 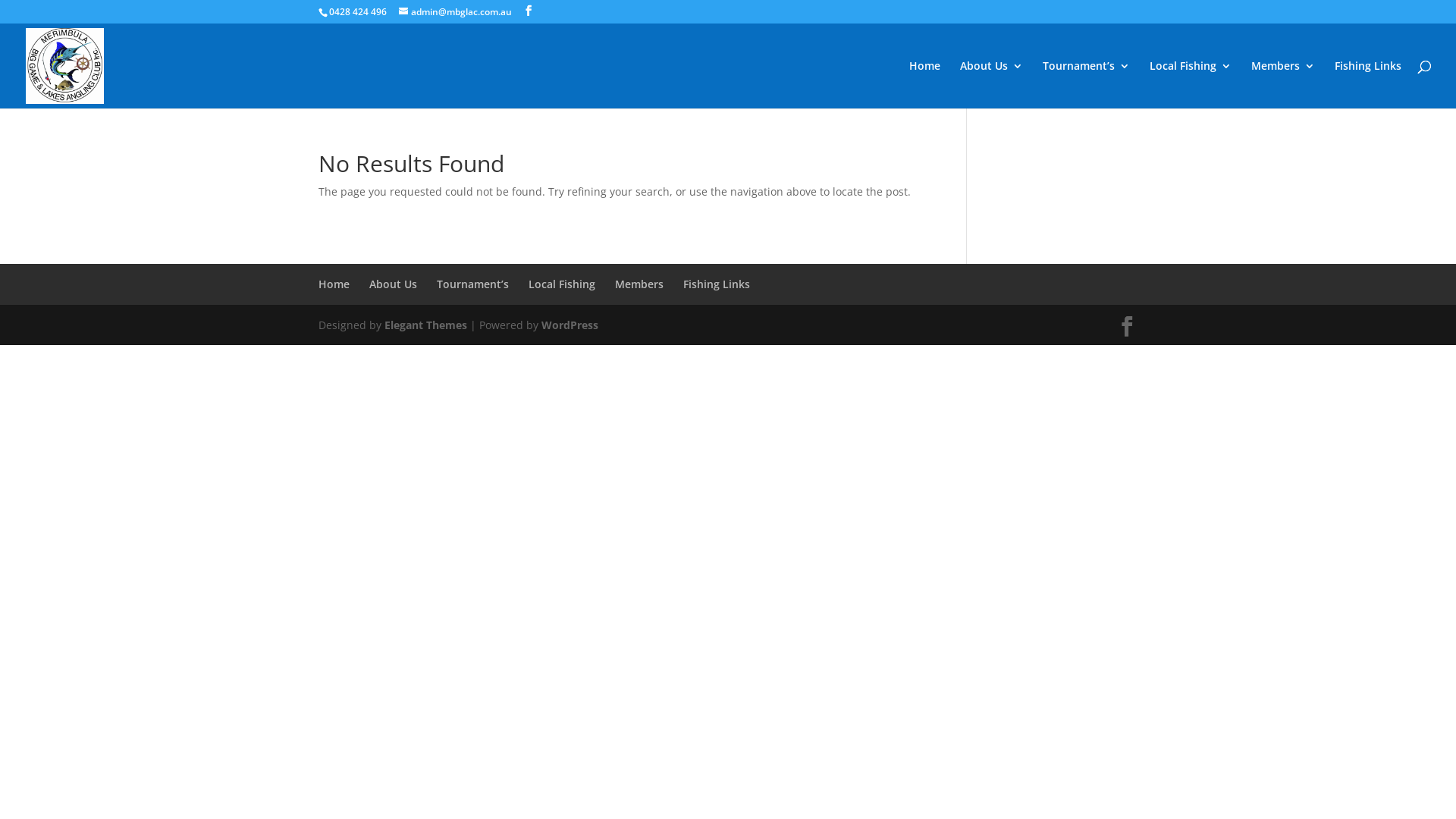 What do you see at coordinates (1368, 84) in the screenshot?
I see `'Fishing Links'` at bounding box center [1368, 84].